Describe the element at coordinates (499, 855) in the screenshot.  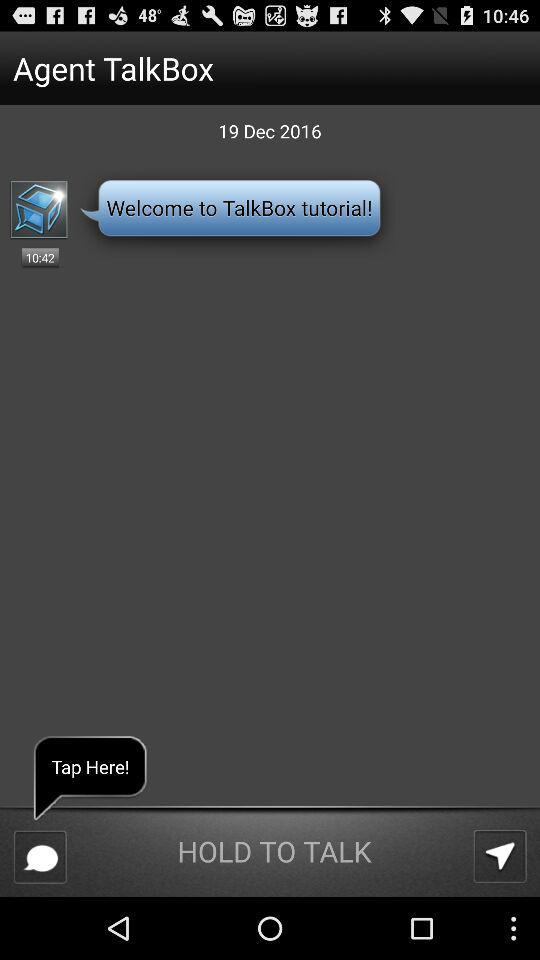
I see `app to the right of hold to talk item` at that location.